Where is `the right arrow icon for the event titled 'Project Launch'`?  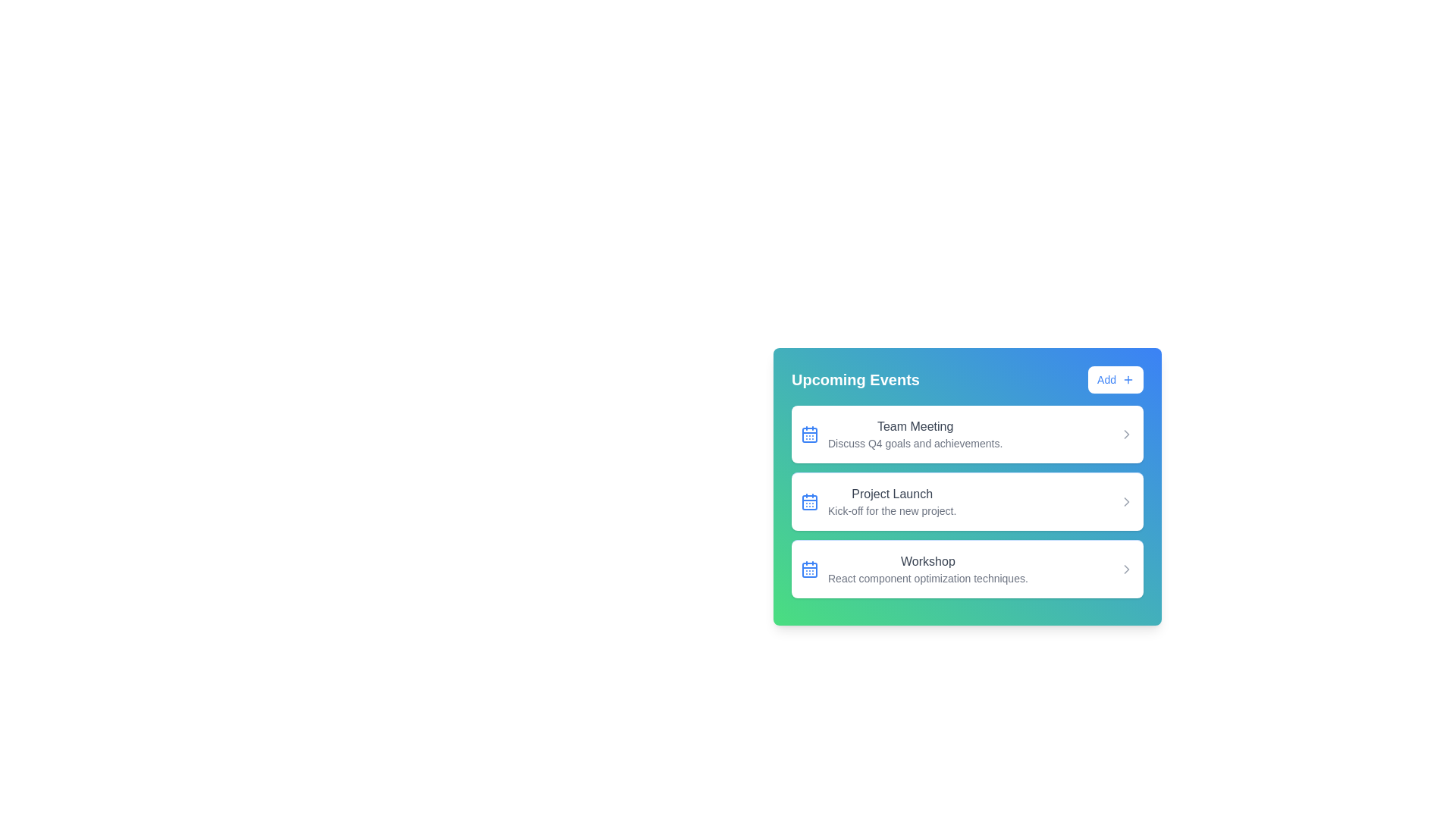 the right arrow icon for the event titled 'Project Launch' is located at coordinates (1127, 502).